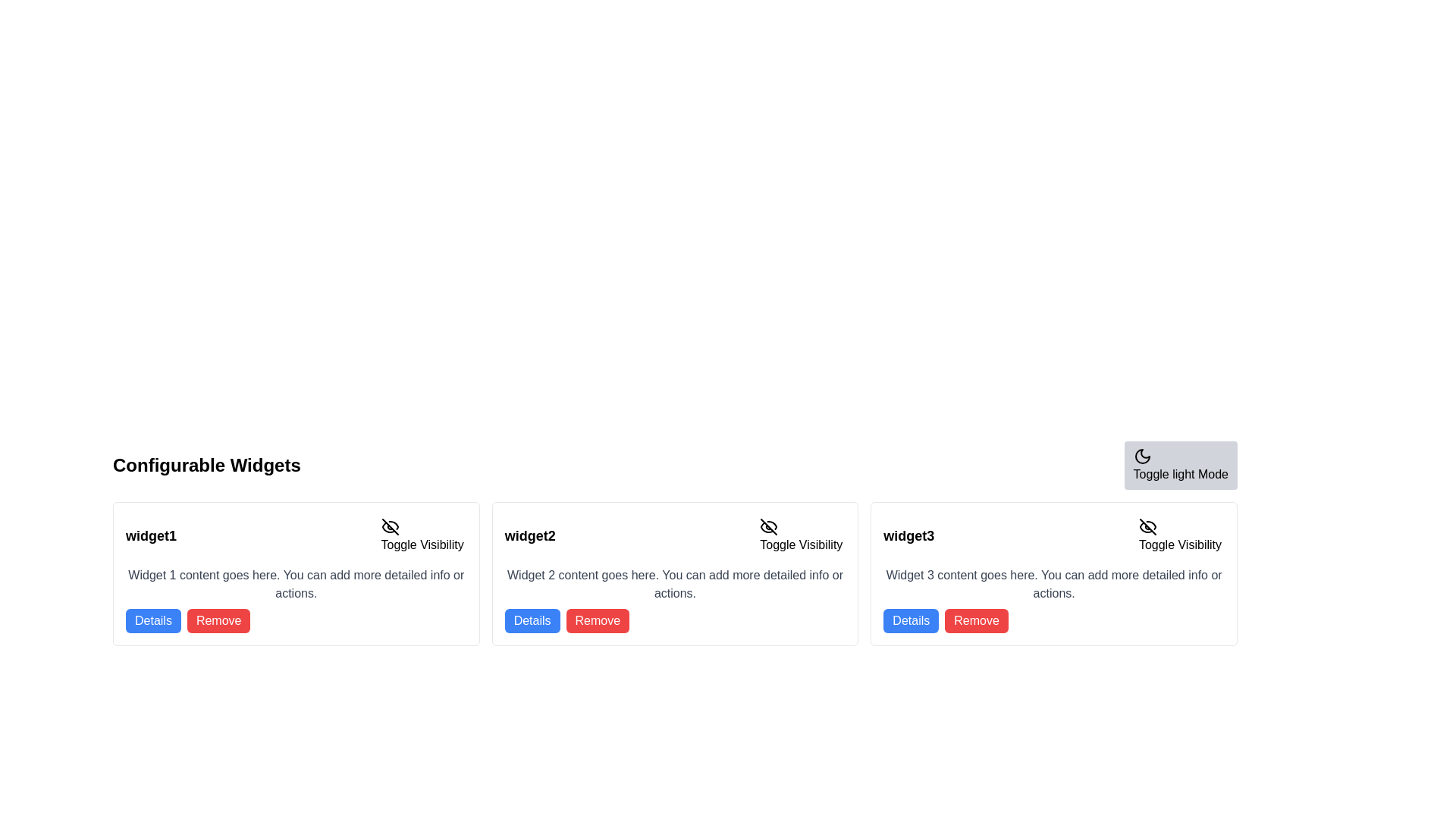 The height and width of the screenshot is (819, 1456). Describe the element at coordinates (674, 584) in the screenshot. I see `the static text block that displays descriptive information related to the 'widget2' card, which is located in the center of the rectangular card in the second position under the header 'Configurable Widgets'` at that location.